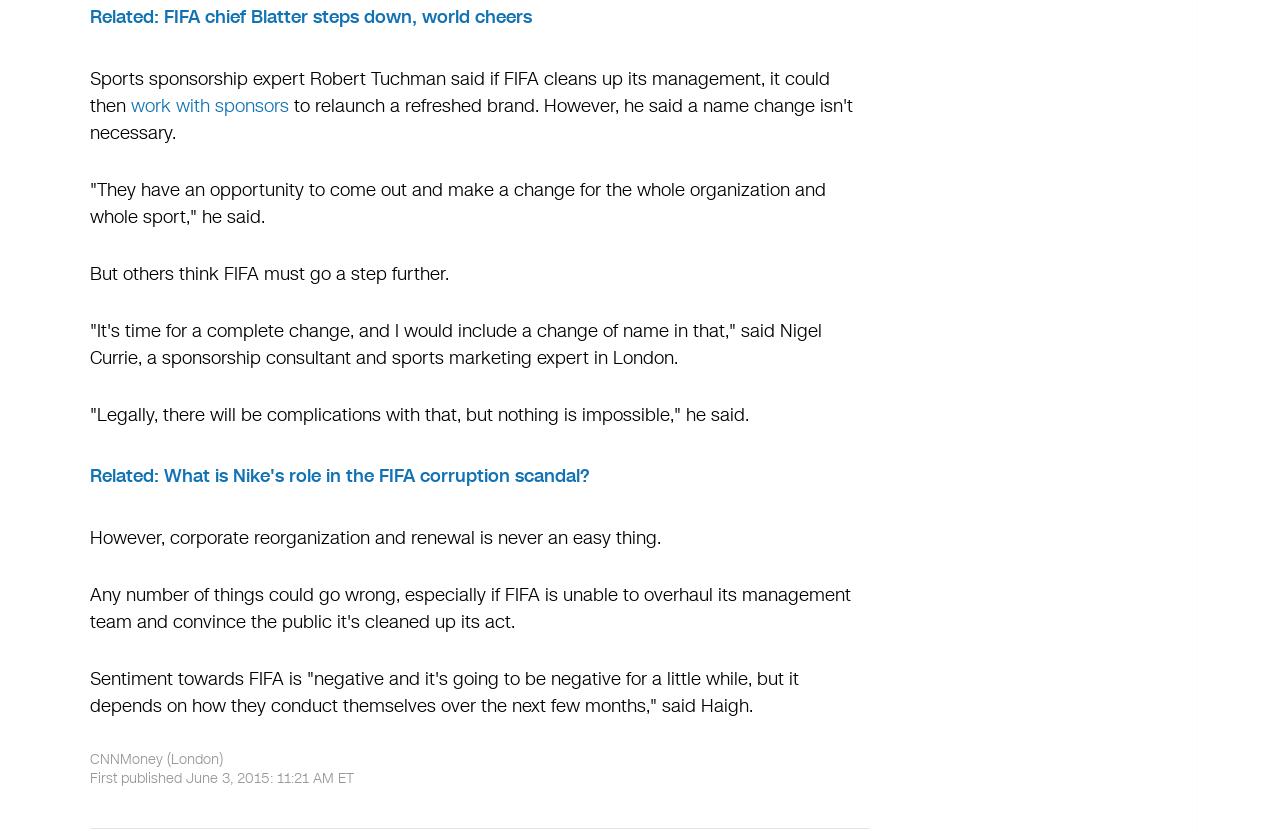 Image resolution: width=1280 pixels, height=832 pixels. What do you see at coordinates (268, 272) in the screenshot?
I see `'But others think FIFA must go a step further.'` at bounding box center [268, 272].